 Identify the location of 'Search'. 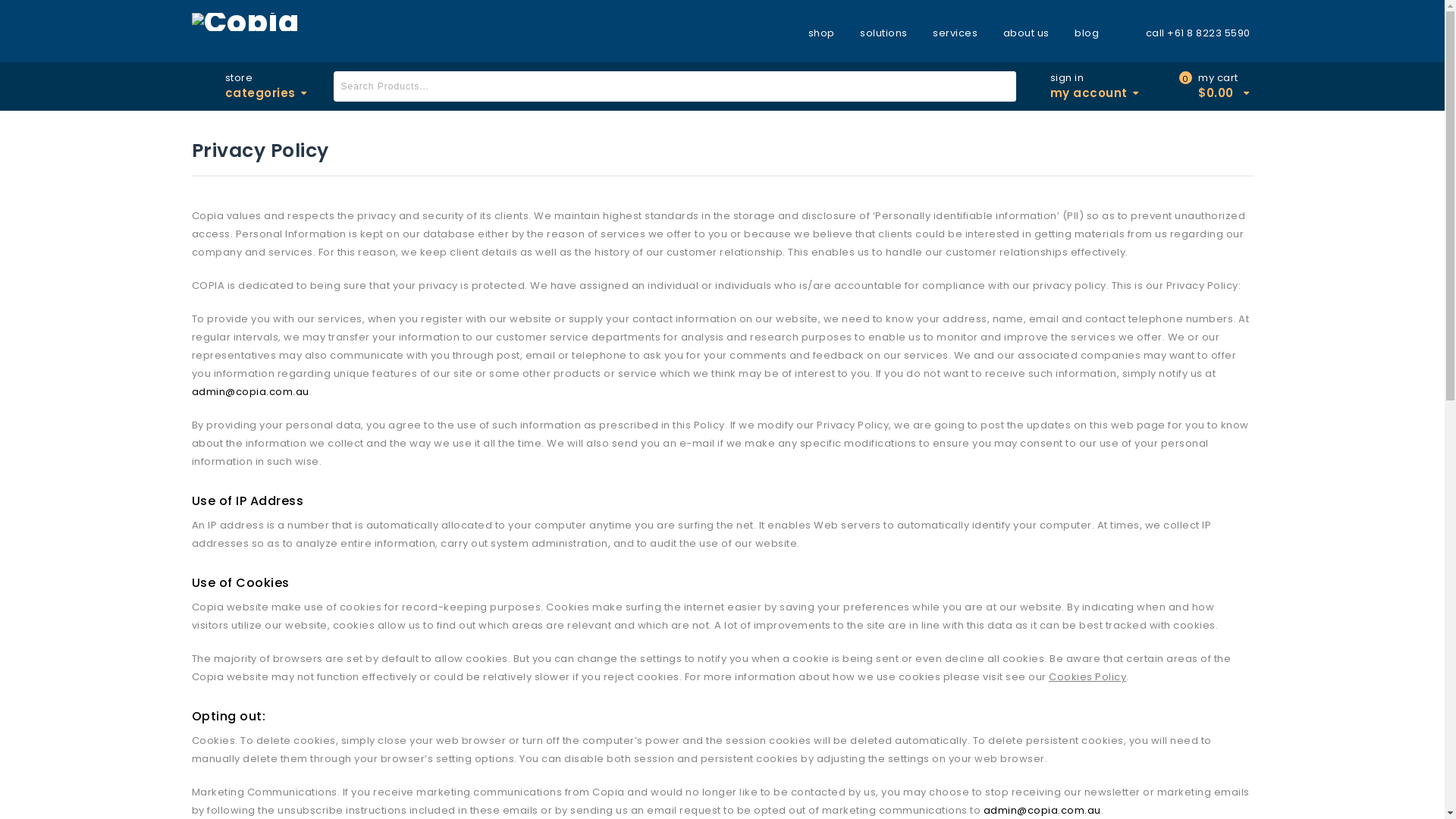
(1001, 86).